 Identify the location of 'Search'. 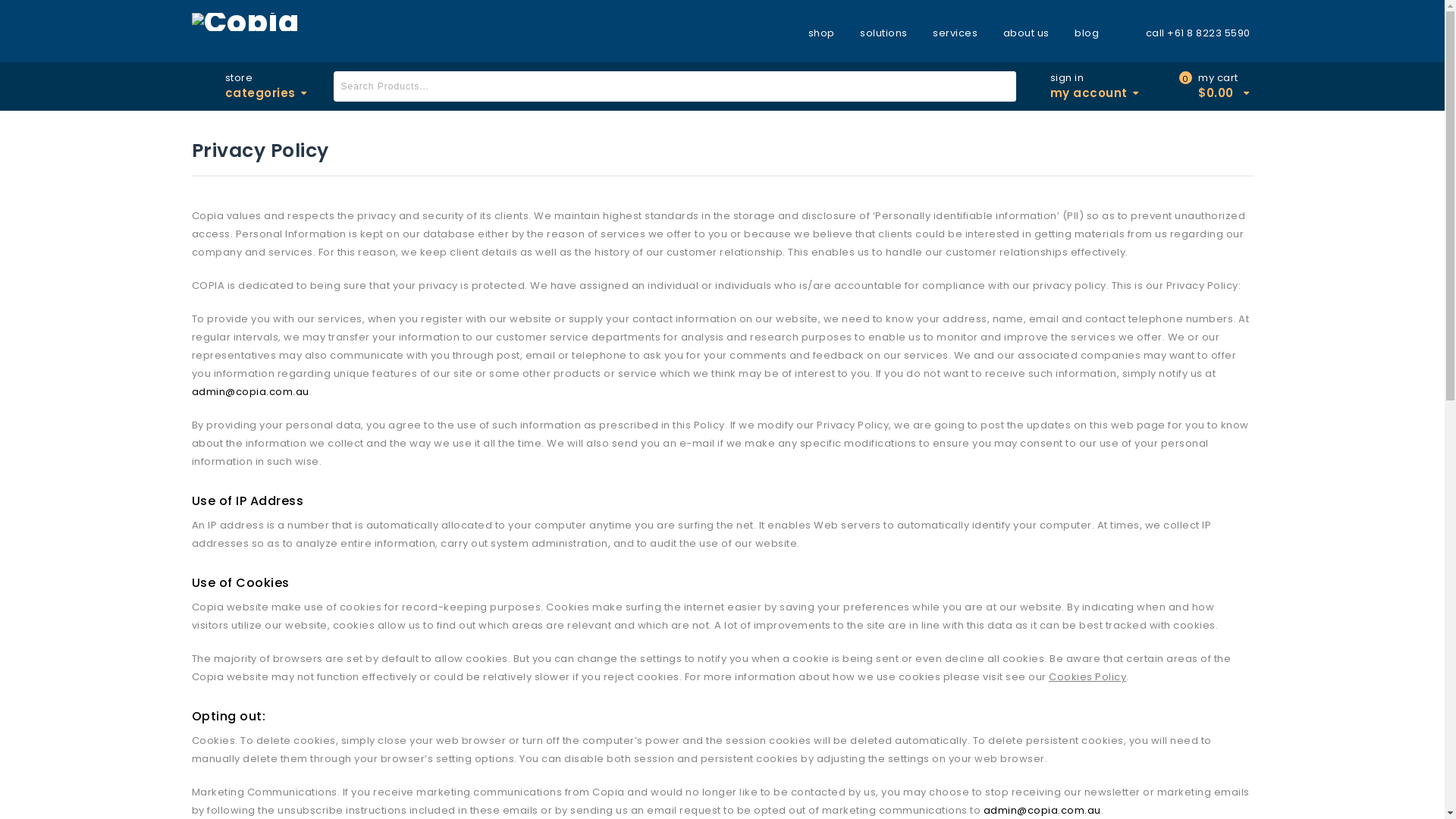
(1001, 86).